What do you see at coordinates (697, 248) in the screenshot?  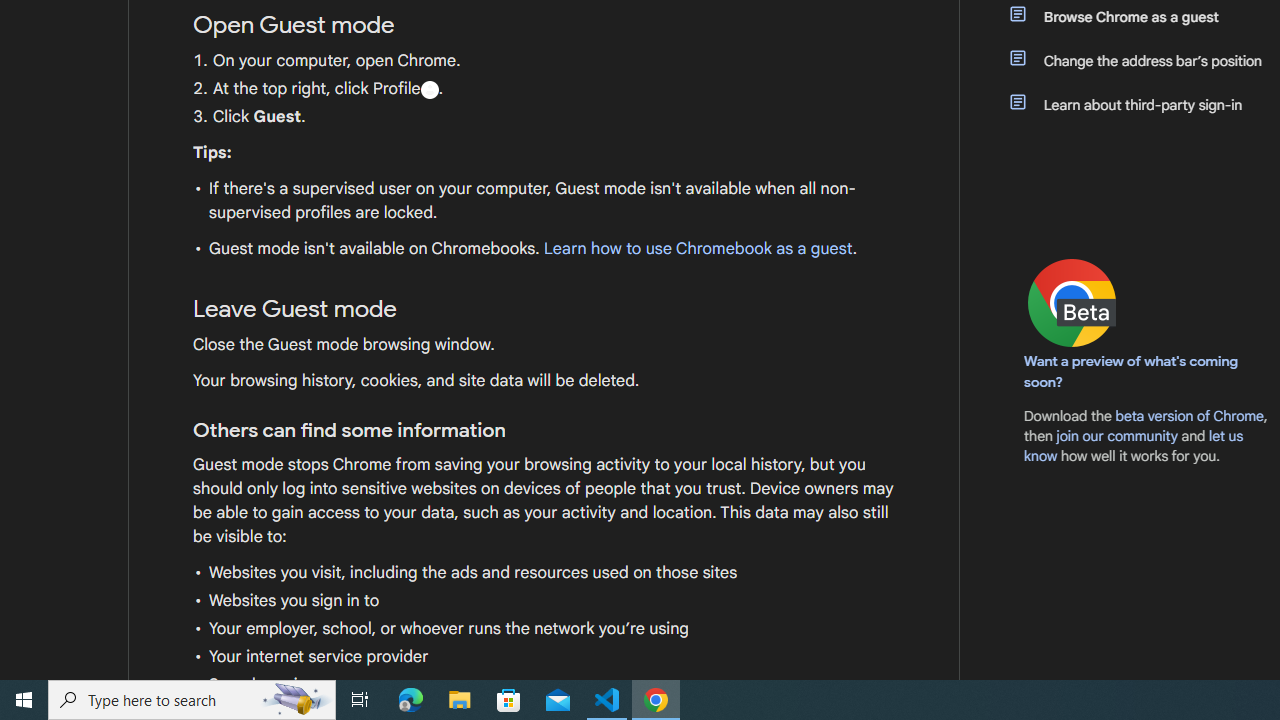 I see `'Learn how to use Chromebook as a guest'` at bounding box center [697, 248].